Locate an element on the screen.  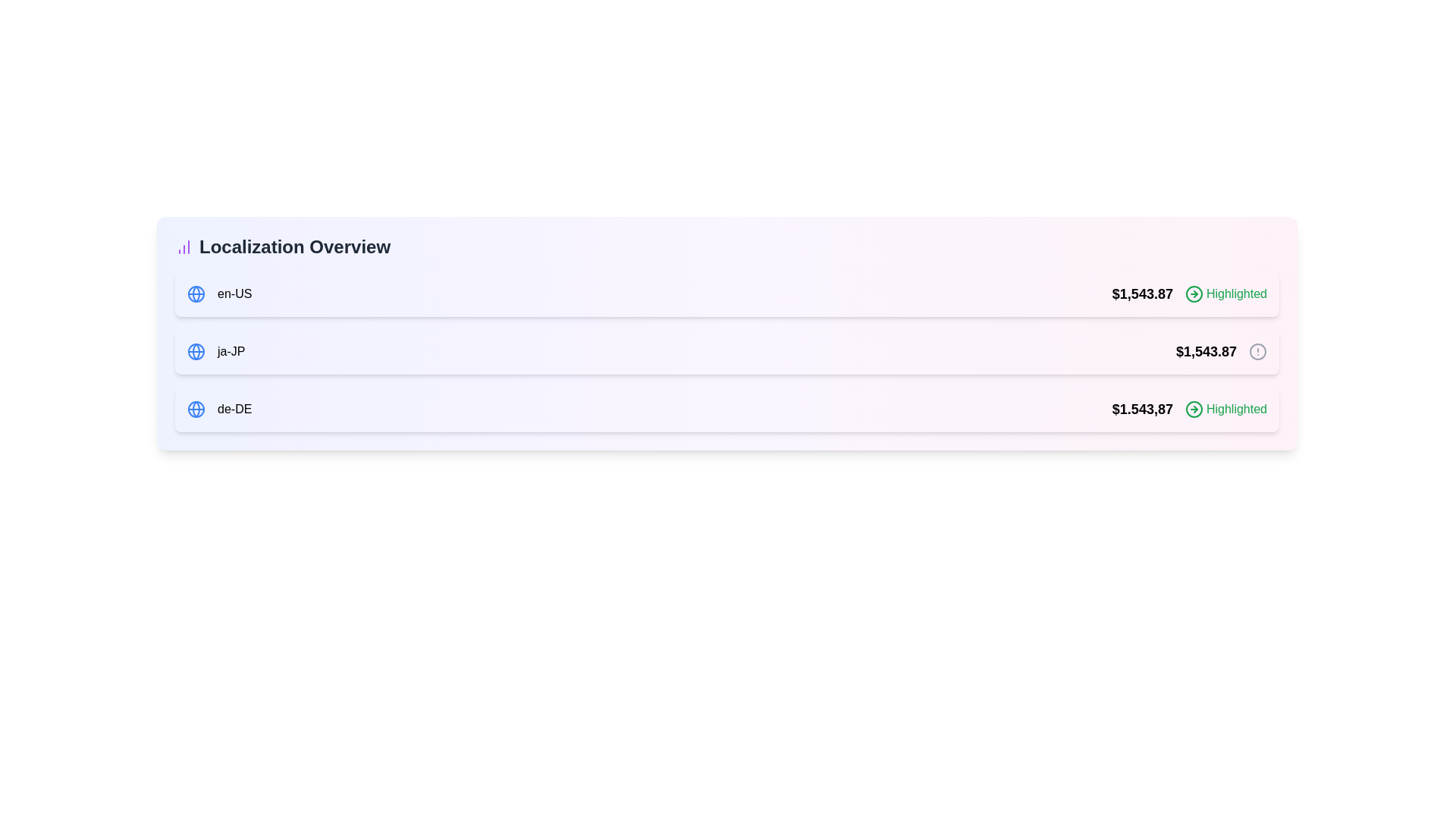
prominently styled text displaying the string '$1.543,87', which is located on the right side of the third row, preceding the label 'Highlighted' is located at coordinates (1142, 409).